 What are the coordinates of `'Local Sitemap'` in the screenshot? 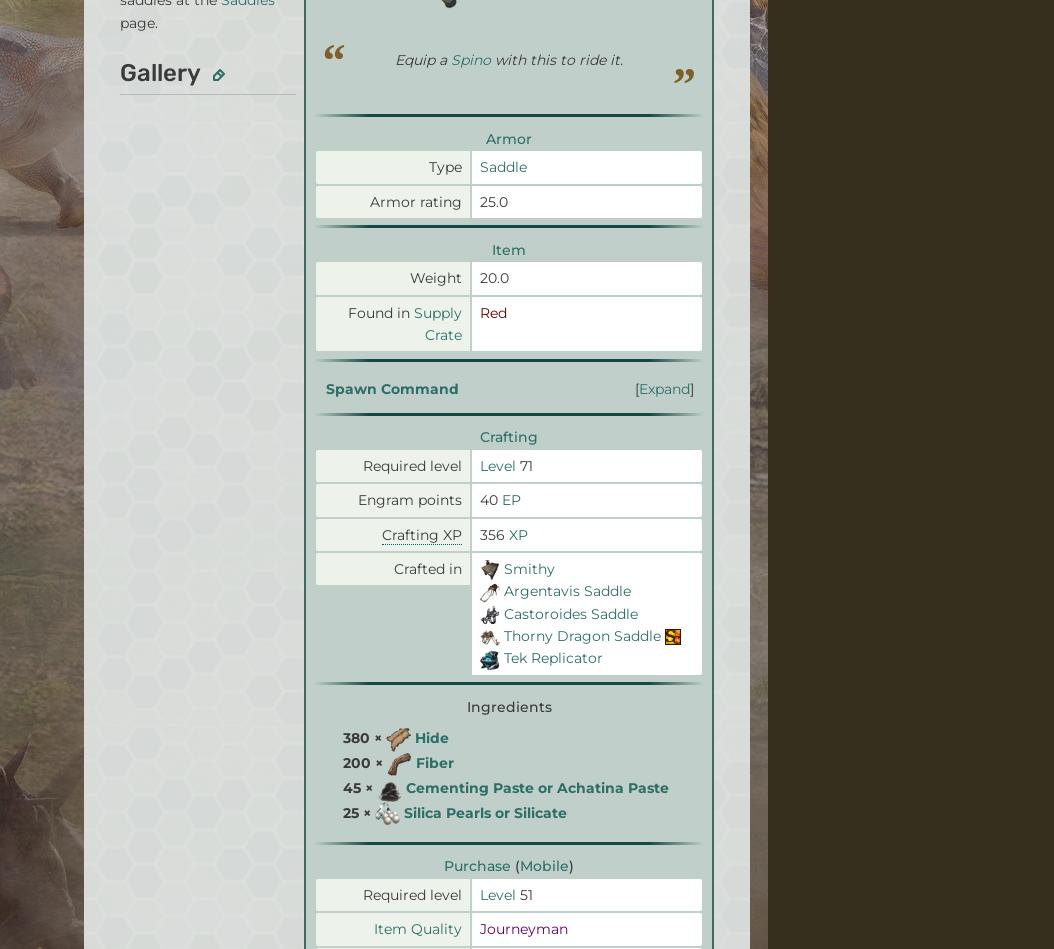 It's located at (476, 401).